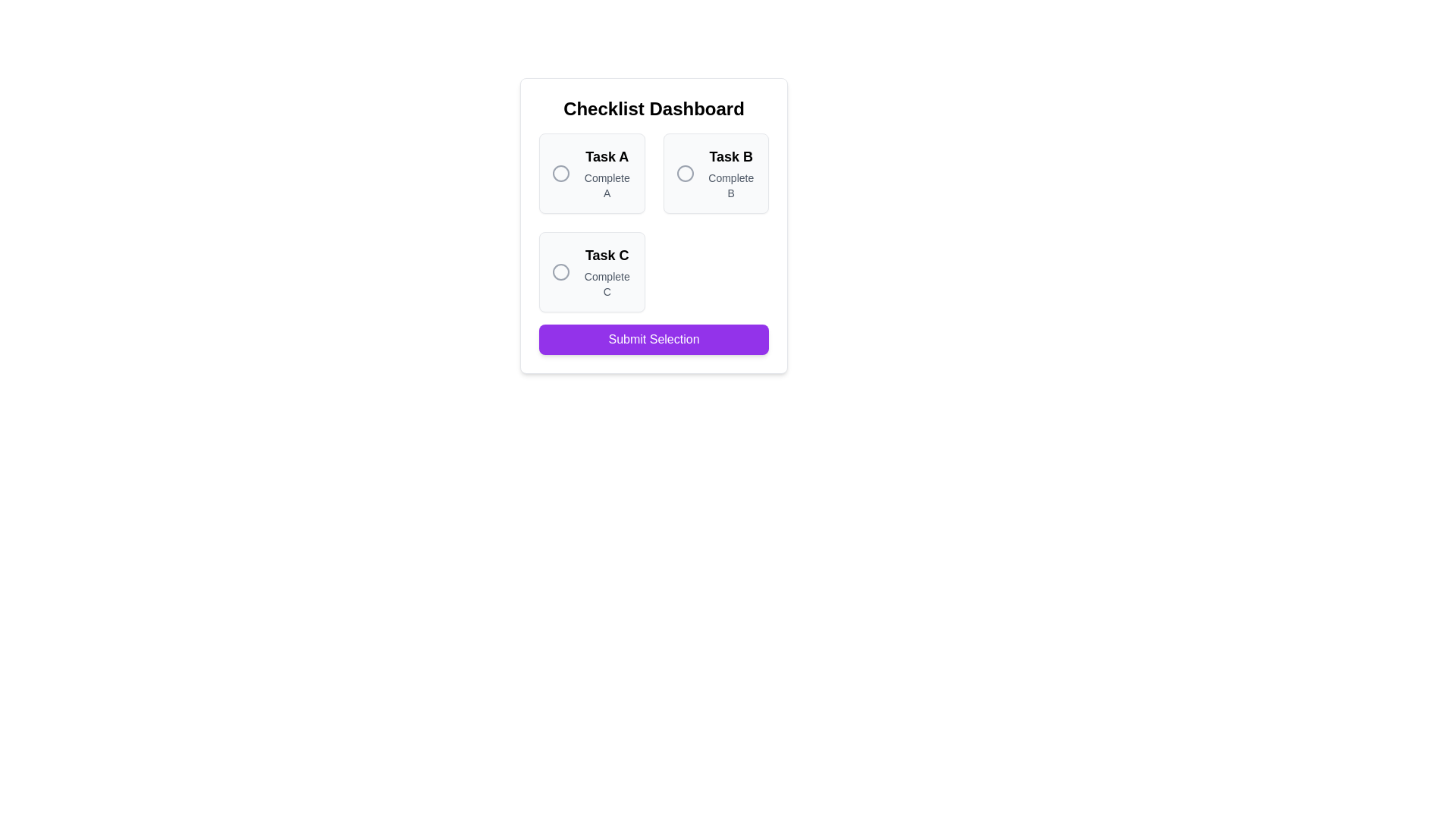  Describe the element at coordinates (731, 172) in the screenshot. I see `the Label group displaying the title 'Task B' and subtitle 'Complete B', which is styled with a larger bold font and smaller gray-toned font, located in the checklist dashboard interface` at that location.